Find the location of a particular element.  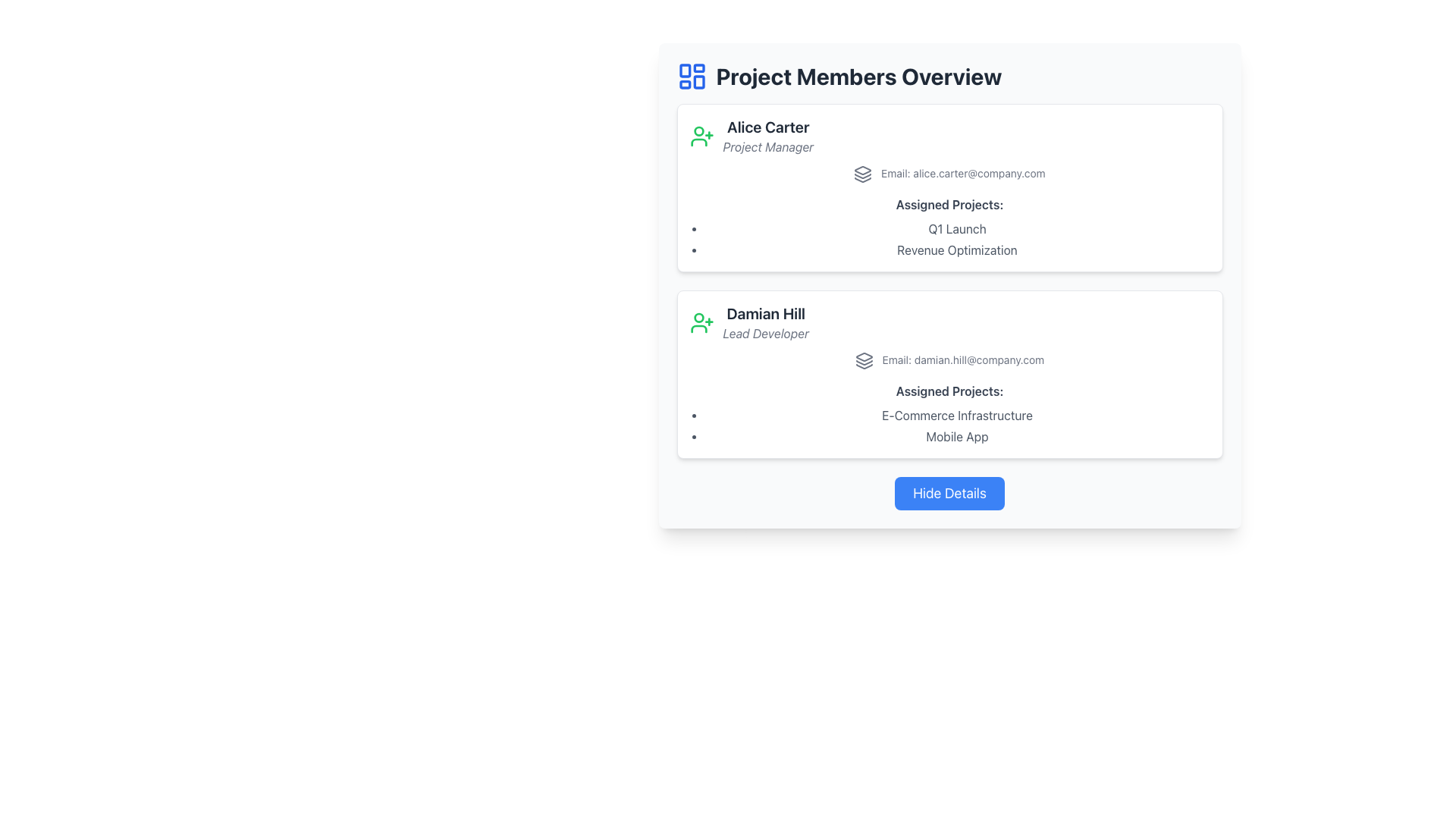

the SVG-based icon to the left of 'Damian Hill' in the second section of the list is located at coordinates (701, 322).